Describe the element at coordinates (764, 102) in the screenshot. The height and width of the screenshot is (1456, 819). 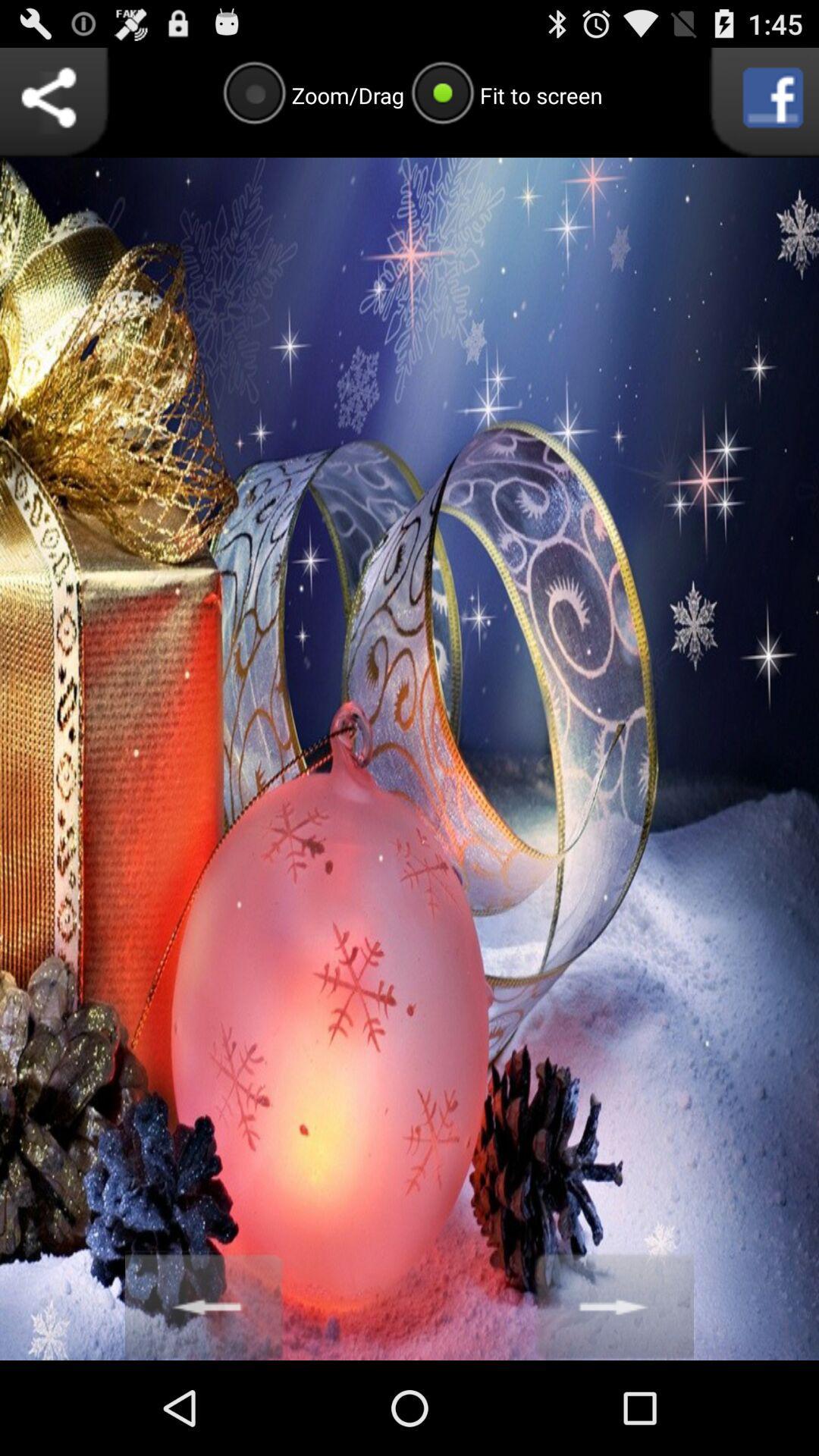
I see `facebook button` at that location.